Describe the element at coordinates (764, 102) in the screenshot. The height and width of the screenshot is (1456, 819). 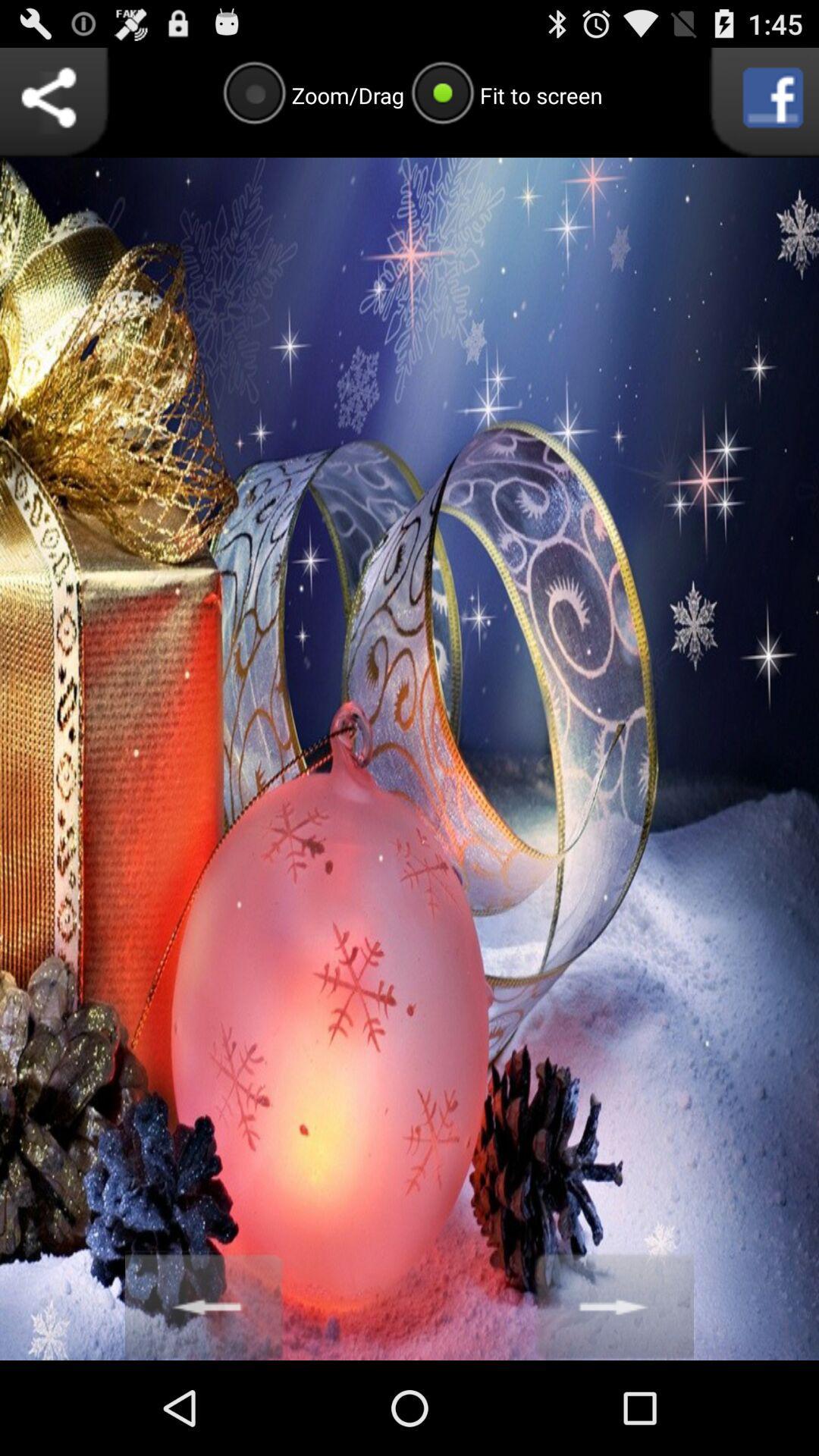
I see `facebook button` at that location.